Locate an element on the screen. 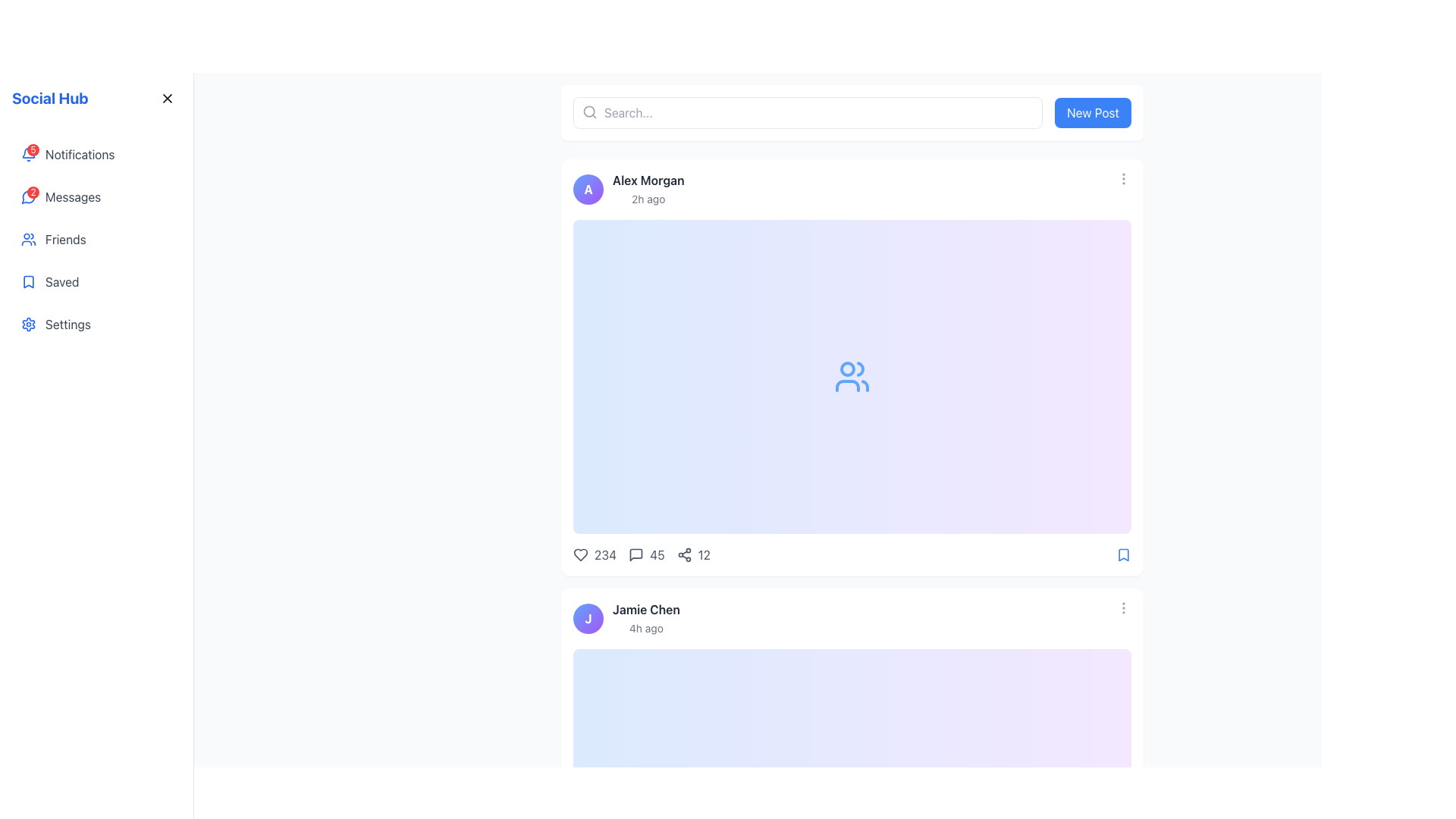  the comments icon located below the large post in the feed, which is the first item in a cluster containing 45 and positioned to the left of the number 45 is located at coordinates (636, 555).